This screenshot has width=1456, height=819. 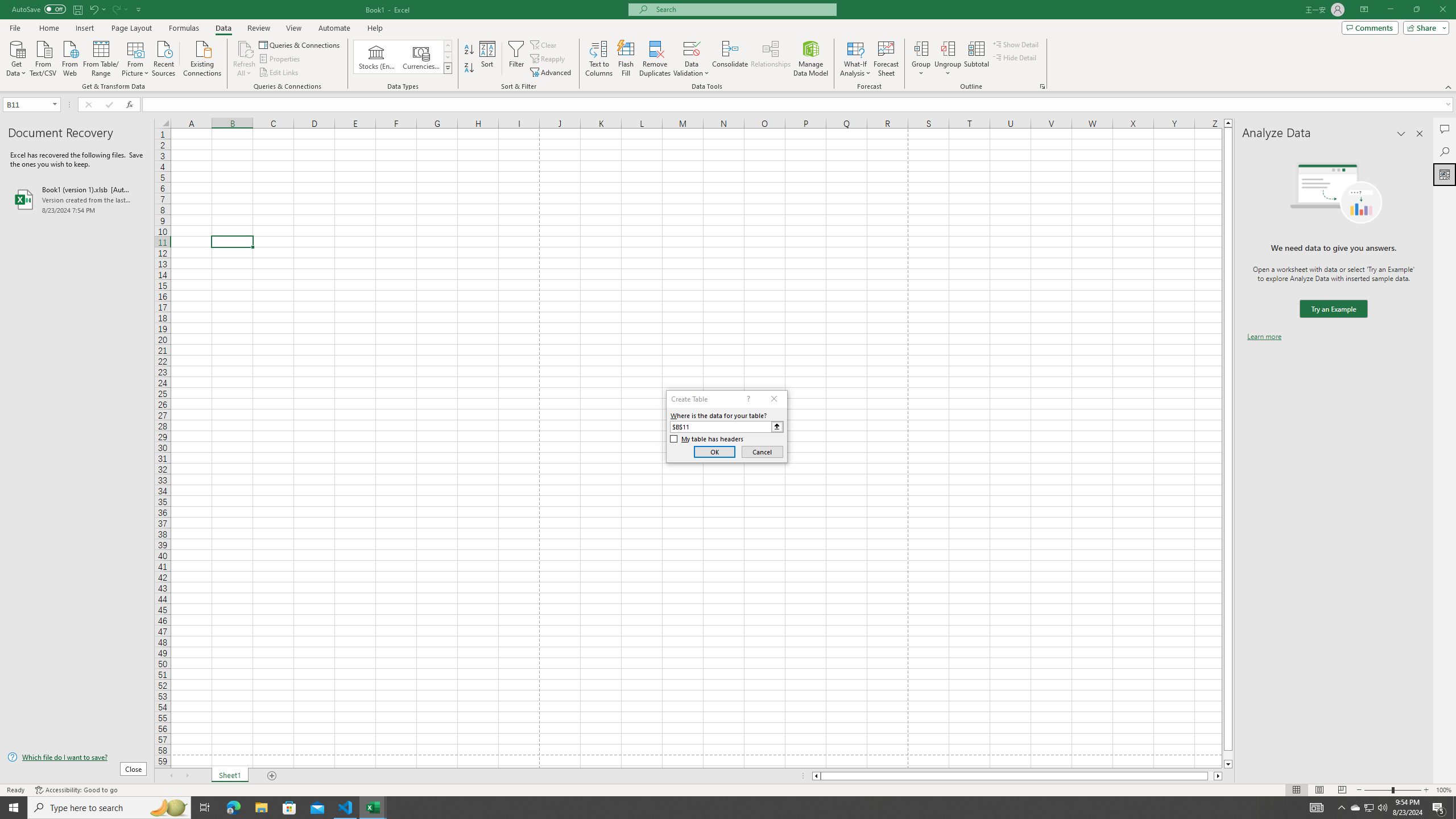 What do you see at coordinates (280, 59) in the screenshot?
I see `'Properties'` at bounding box center [280, 59].